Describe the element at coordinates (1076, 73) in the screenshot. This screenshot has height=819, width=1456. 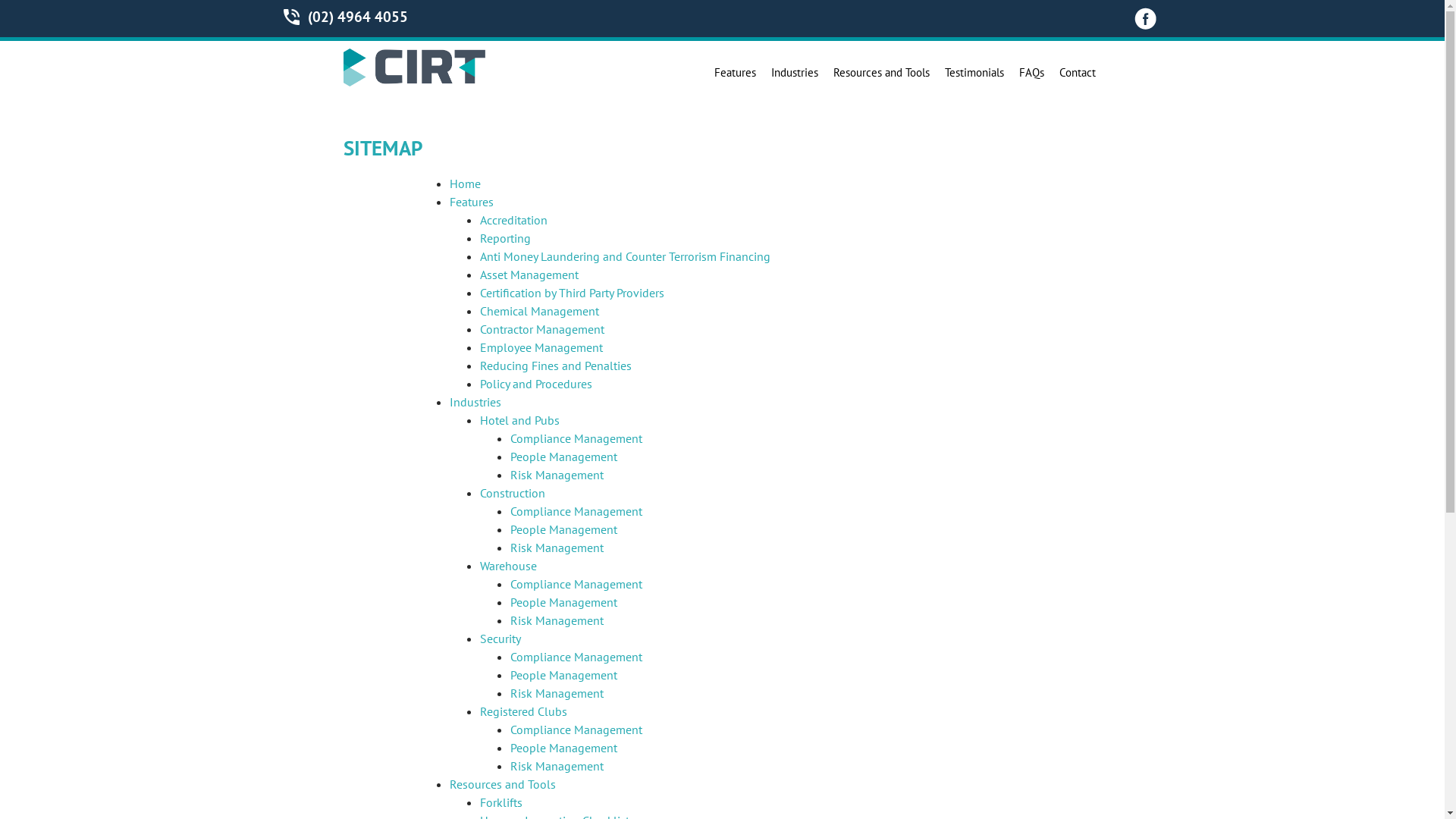
I see `'Contact'` at that location.